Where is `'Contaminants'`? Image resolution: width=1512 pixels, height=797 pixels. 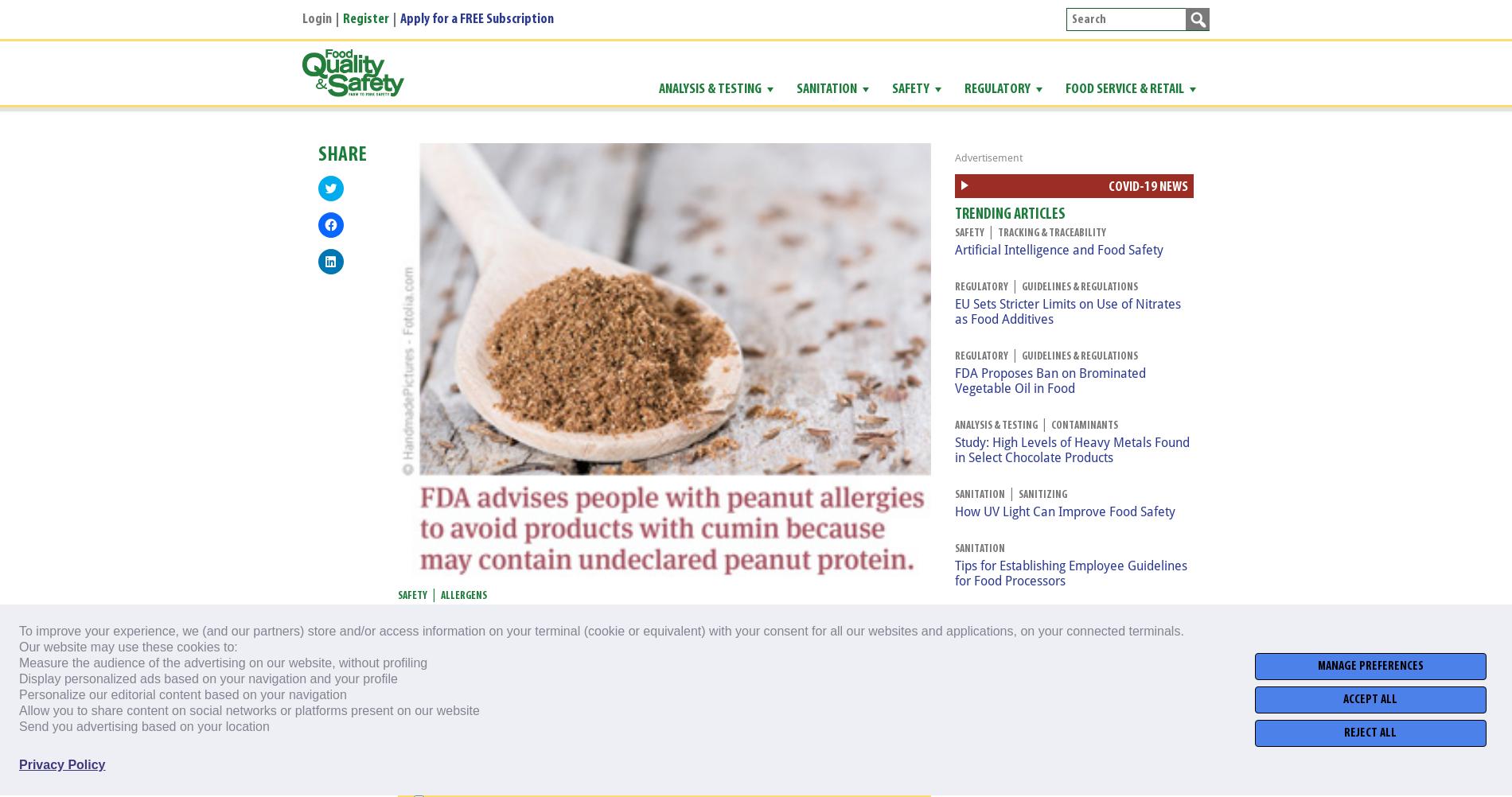
'Contaminants' is located at coordinates (1050, 425).